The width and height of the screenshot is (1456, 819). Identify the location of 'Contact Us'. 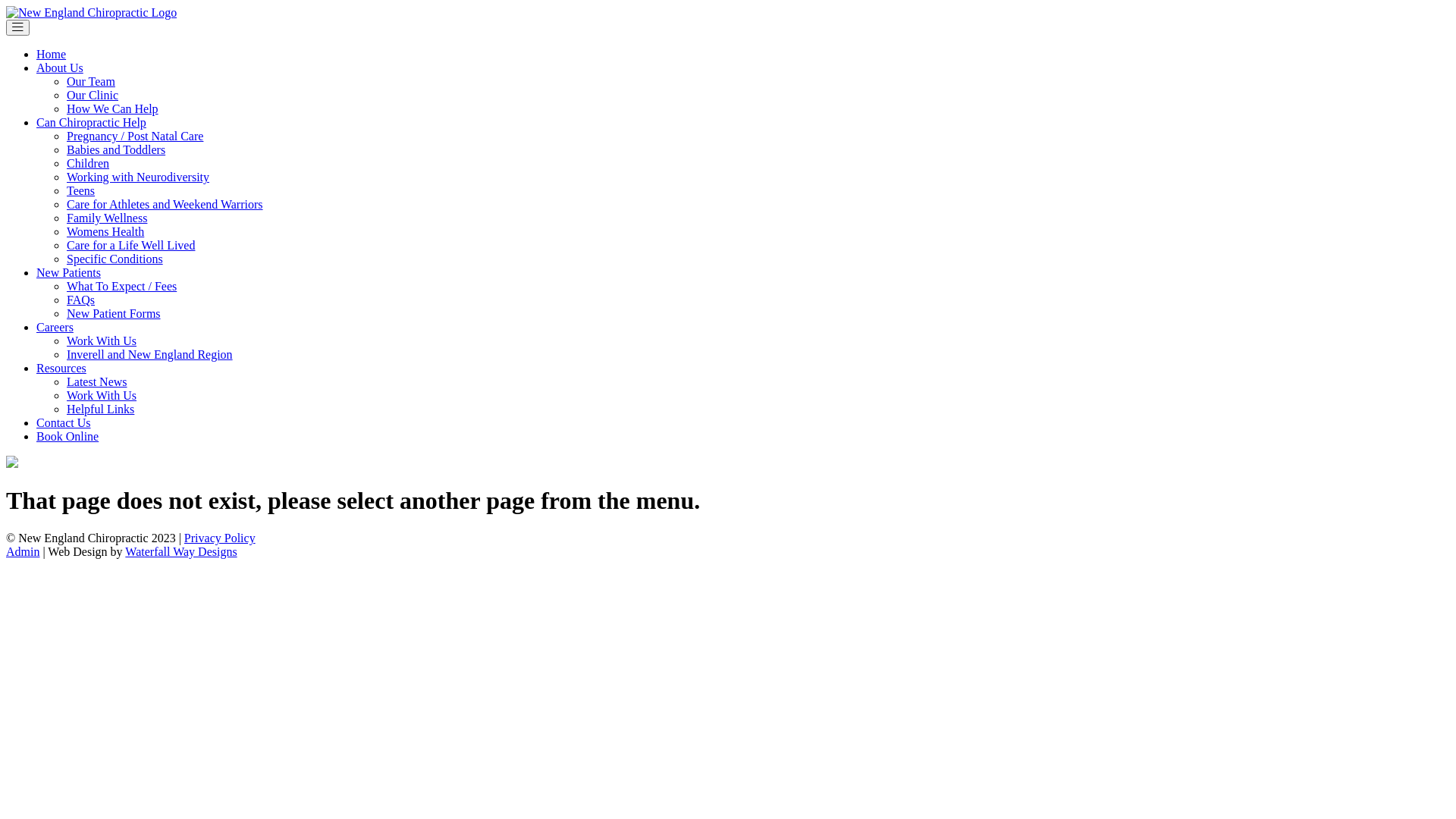
(36, 422).